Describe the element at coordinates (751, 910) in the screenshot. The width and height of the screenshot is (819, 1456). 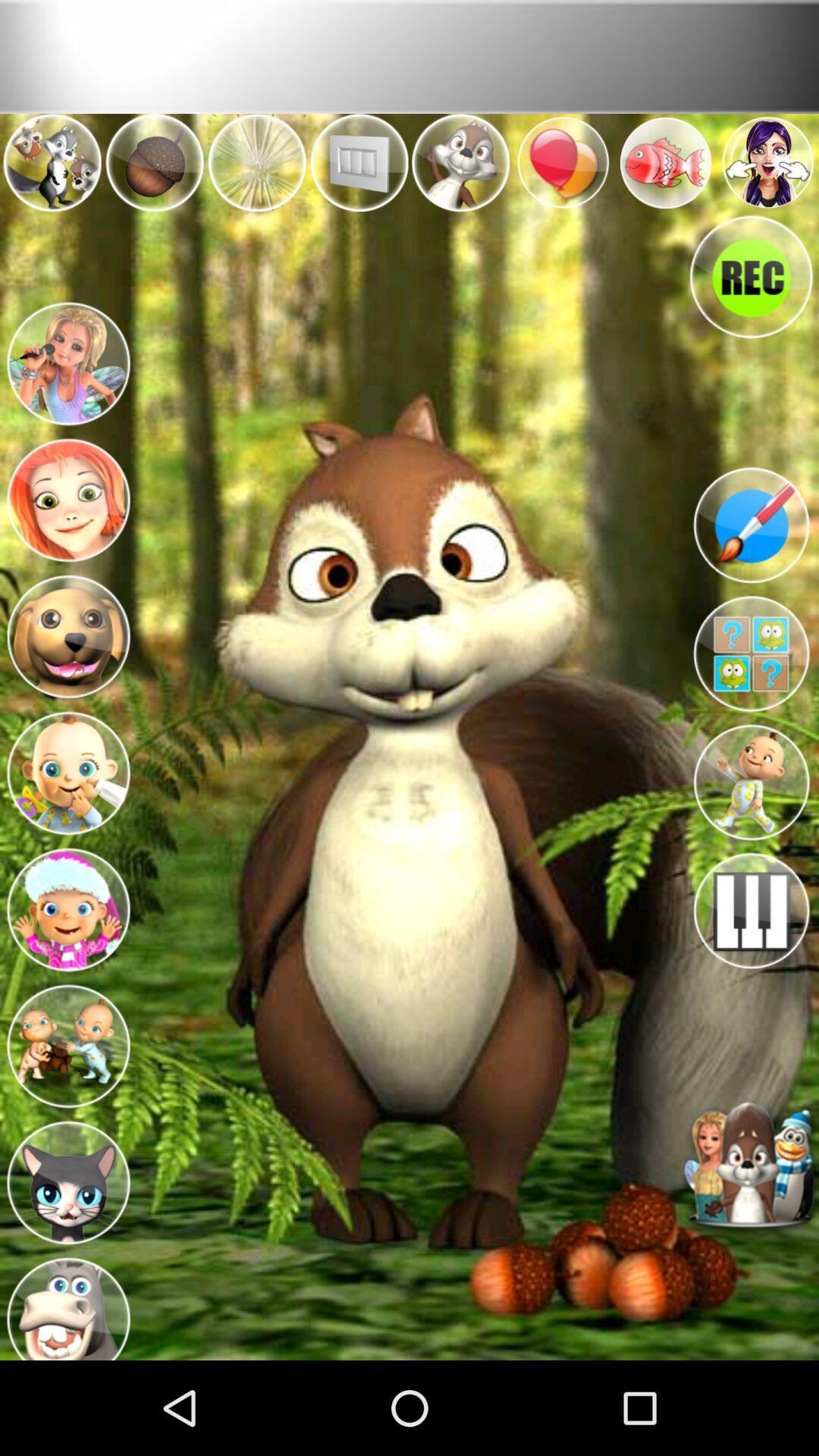
I see `piano` at that location.